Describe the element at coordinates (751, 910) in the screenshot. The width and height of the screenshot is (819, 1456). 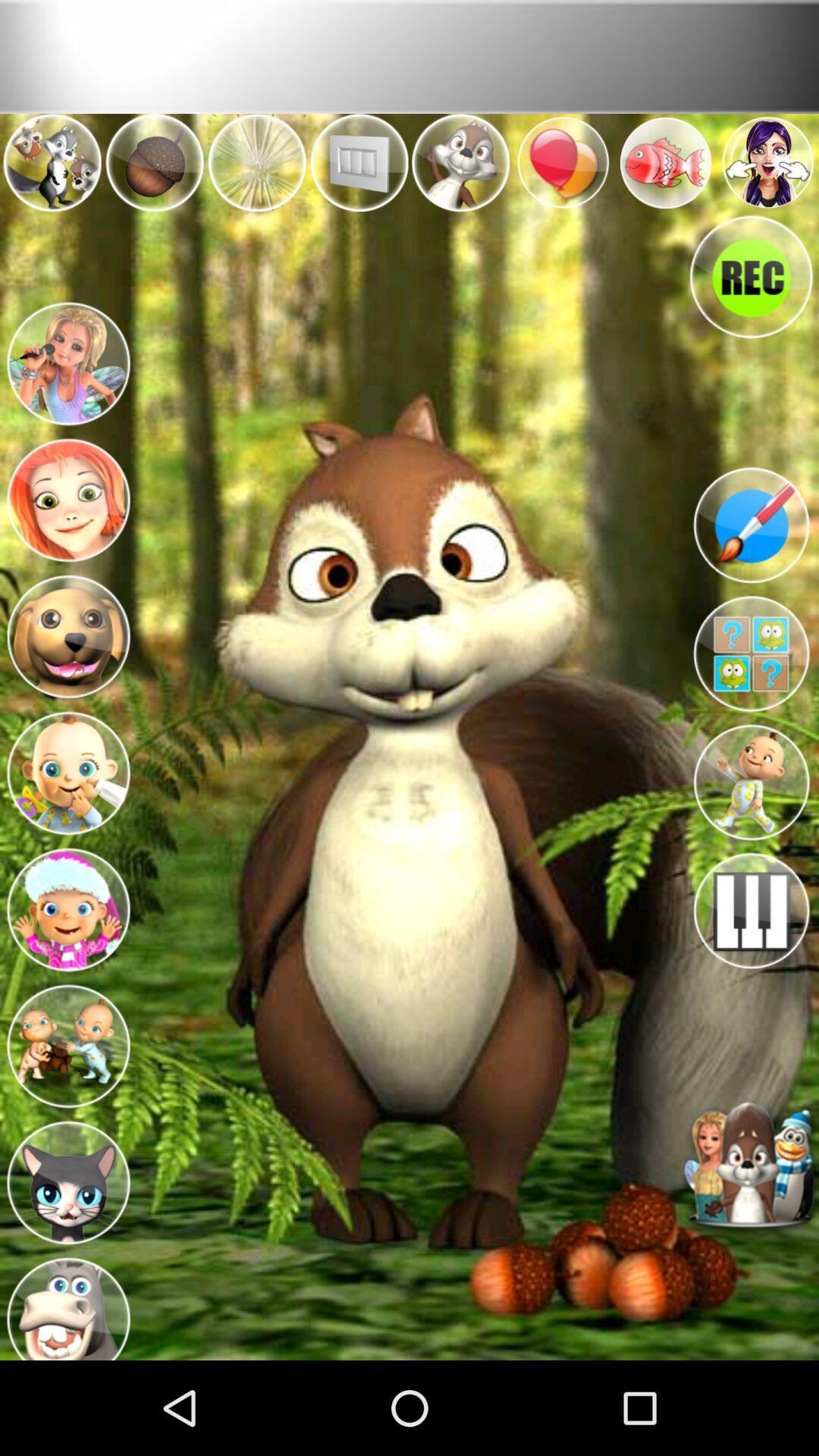
I see `piano` at that location.